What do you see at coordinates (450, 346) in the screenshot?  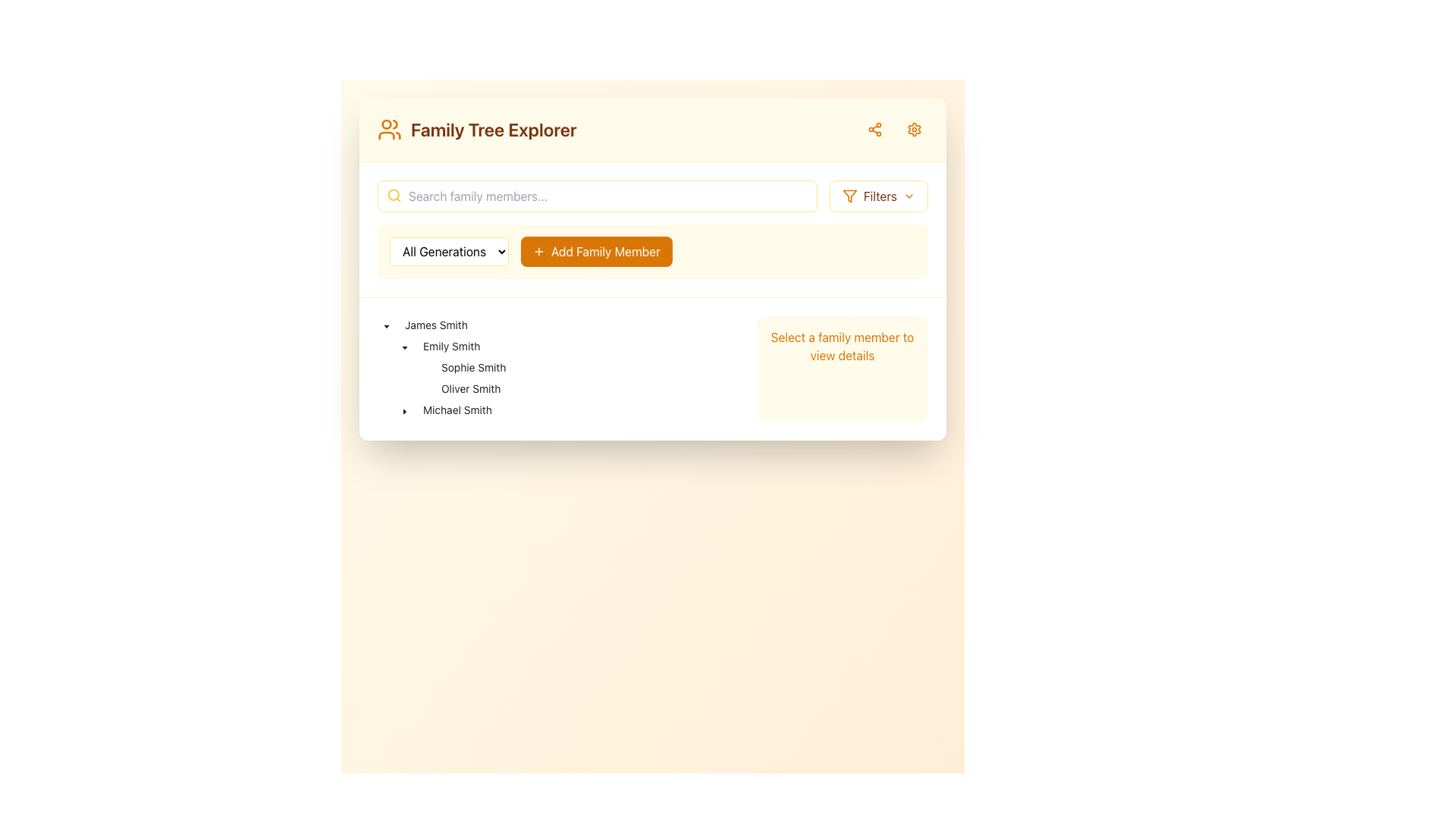 I see `the text label 'Emily Smith' located within the expanded node 'James Smith' in the family members list` at bounding box center [450, 346].